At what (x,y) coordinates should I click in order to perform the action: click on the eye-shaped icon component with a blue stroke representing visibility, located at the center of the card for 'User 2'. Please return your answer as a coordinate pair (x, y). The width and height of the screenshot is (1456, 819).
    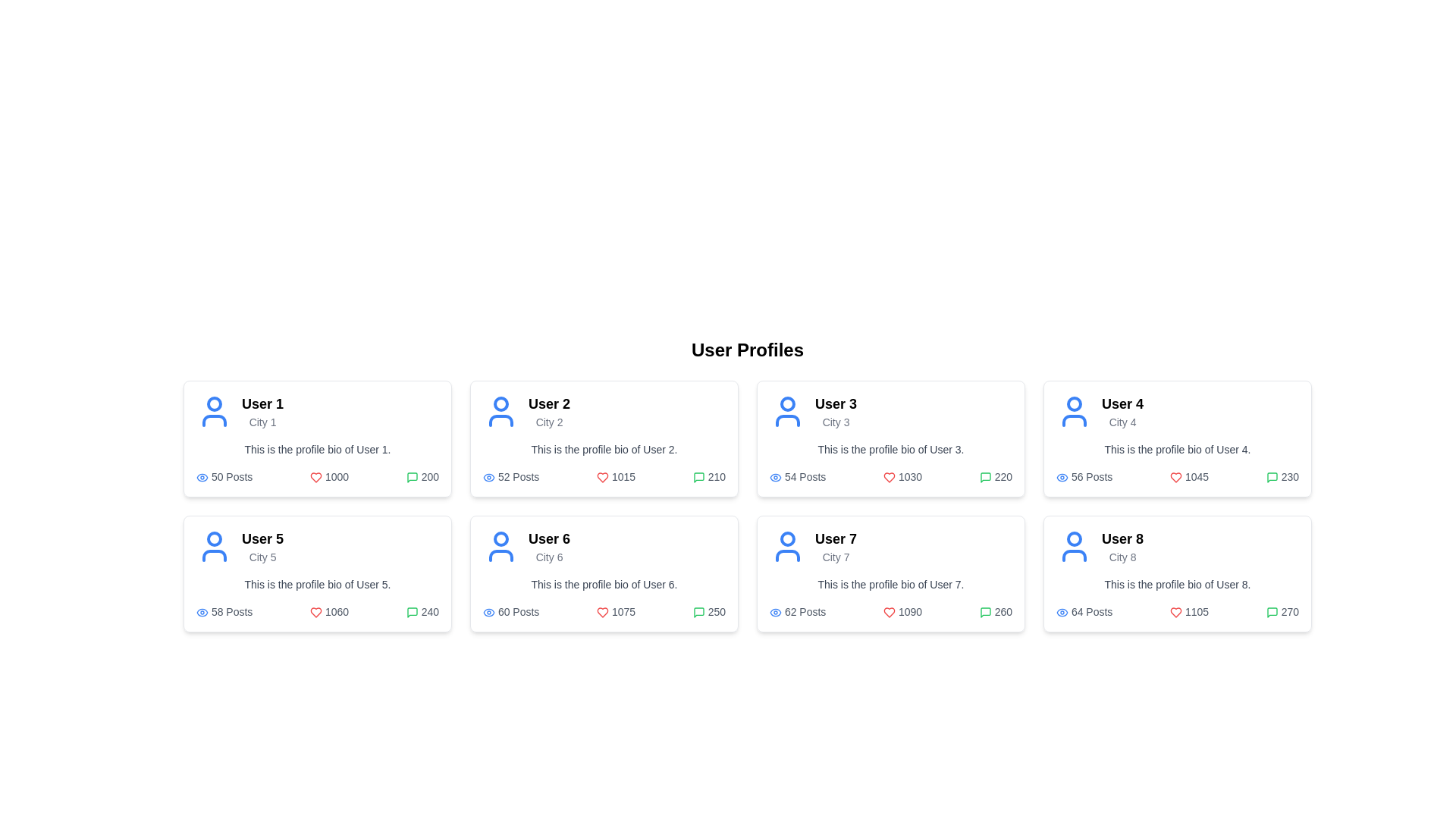
    Looking at the image, I should click on (488, 476).